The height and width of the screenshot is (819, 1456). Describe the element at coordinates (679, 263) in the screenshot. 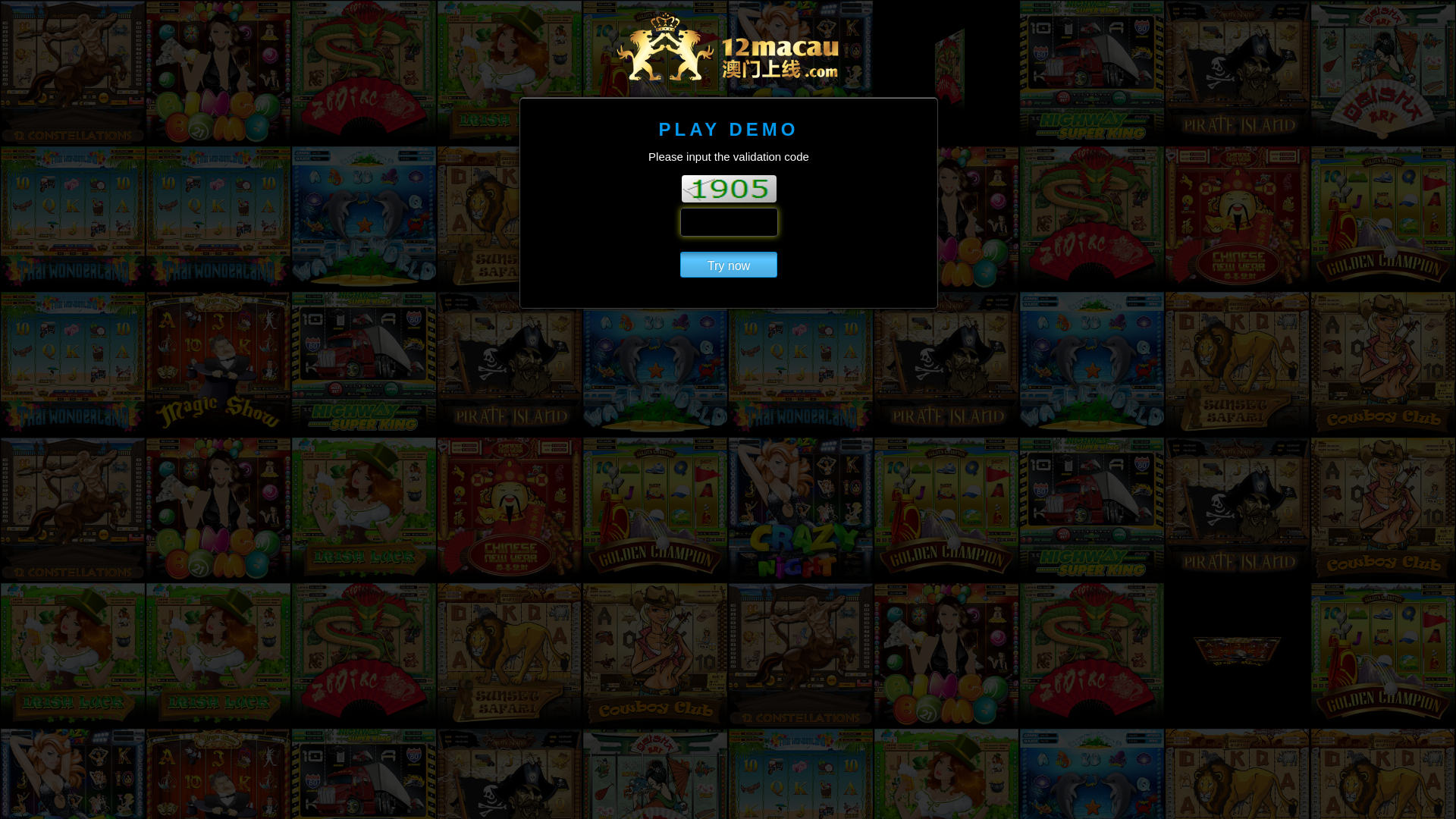

I see `'Try now'` at that location.